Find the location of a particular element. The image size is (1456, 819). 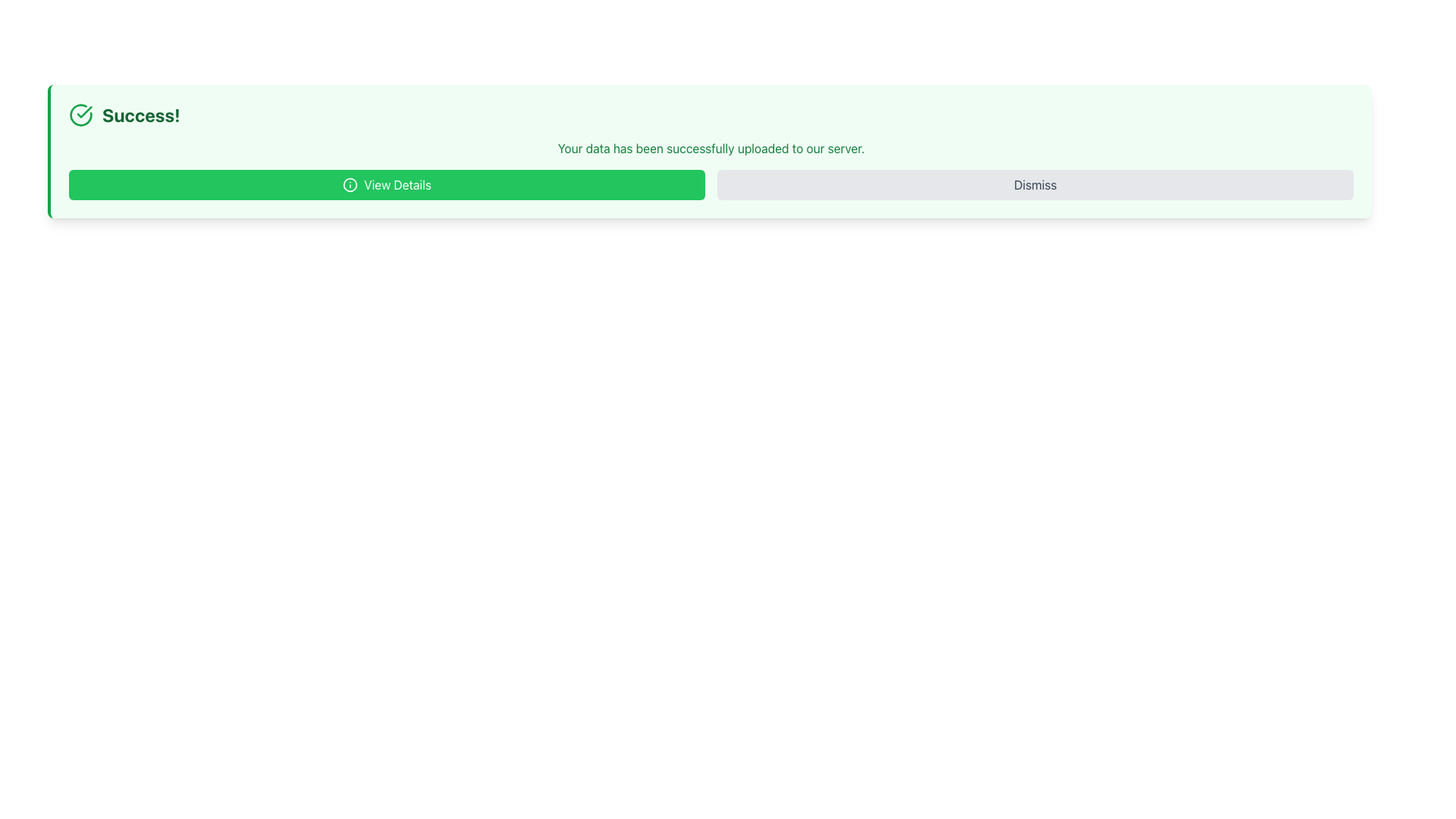

the checkmark graphic inside the circular SVG icon located in the top-left region of the central interface section, which represents success or completion is located at coordinates (83, 111).